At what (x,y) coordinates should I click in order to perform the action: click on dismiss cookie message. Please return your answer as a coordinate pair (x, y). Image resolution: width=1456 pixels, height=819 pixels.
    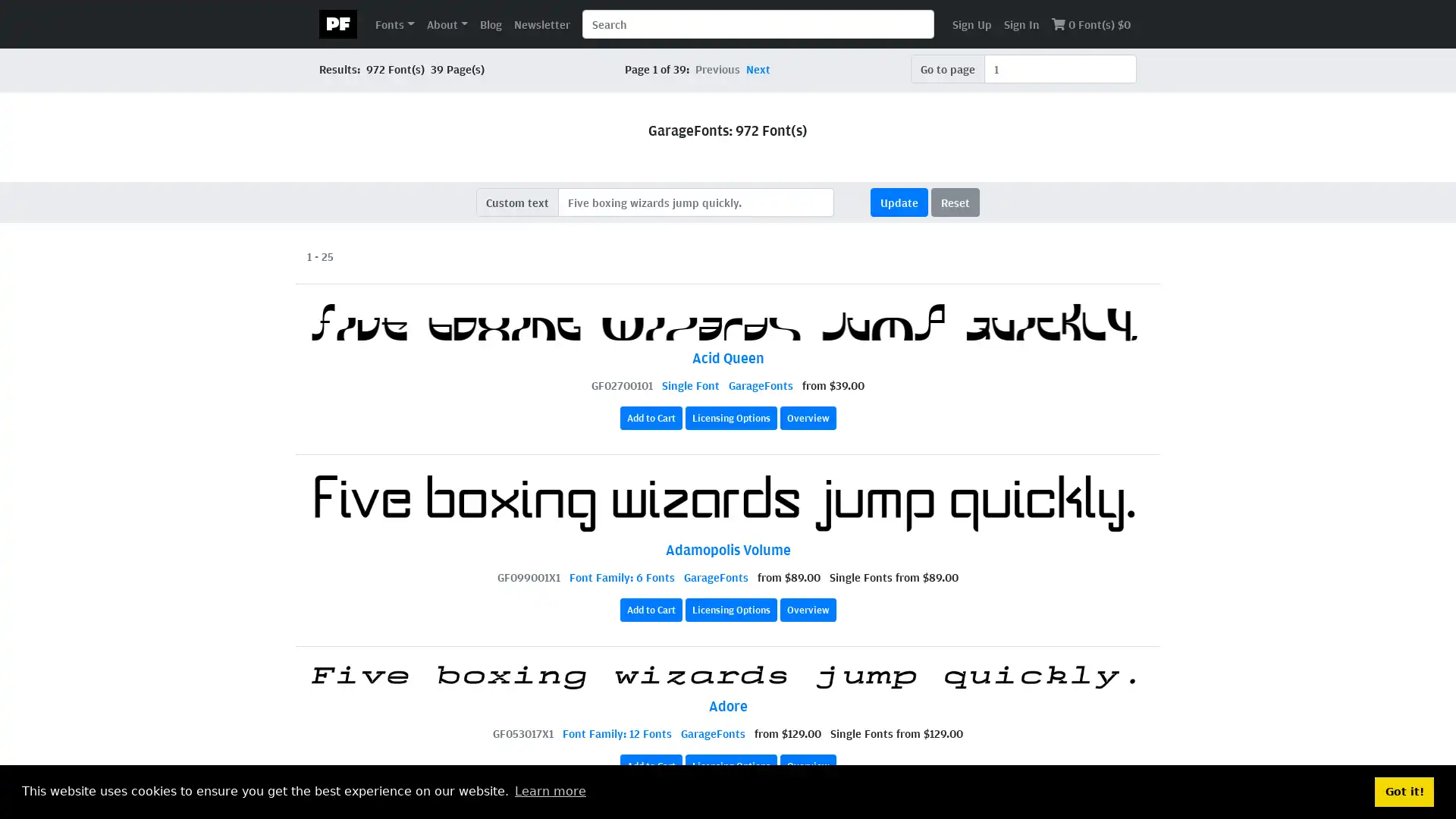
    Looking at the image, I should click on (1404, 791).